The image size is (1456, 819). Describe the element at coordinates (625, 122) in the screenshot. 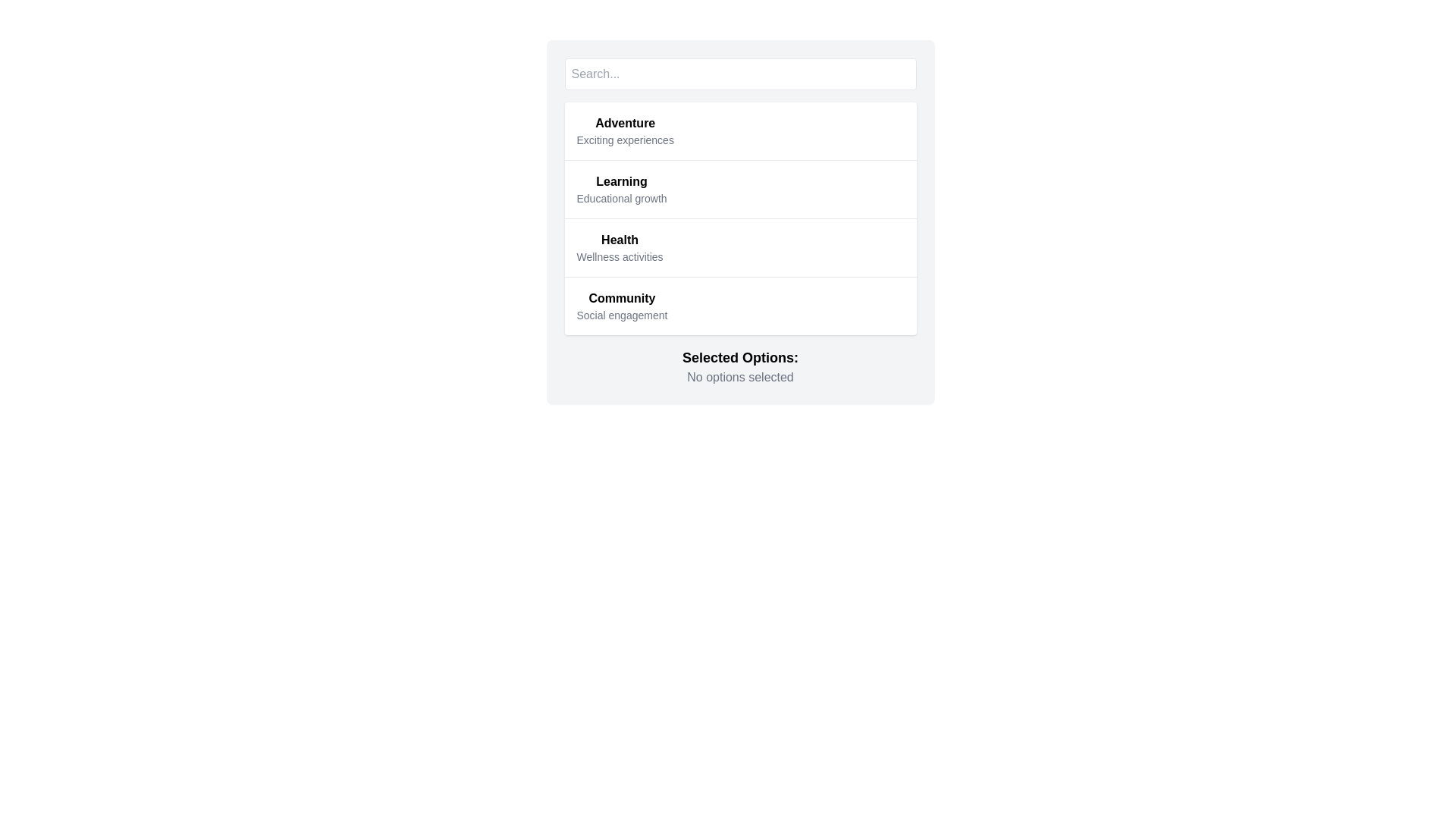

I see `the text label positioned above the subtitle 'Exciting experiences' in the top-left card of the list` at that location.